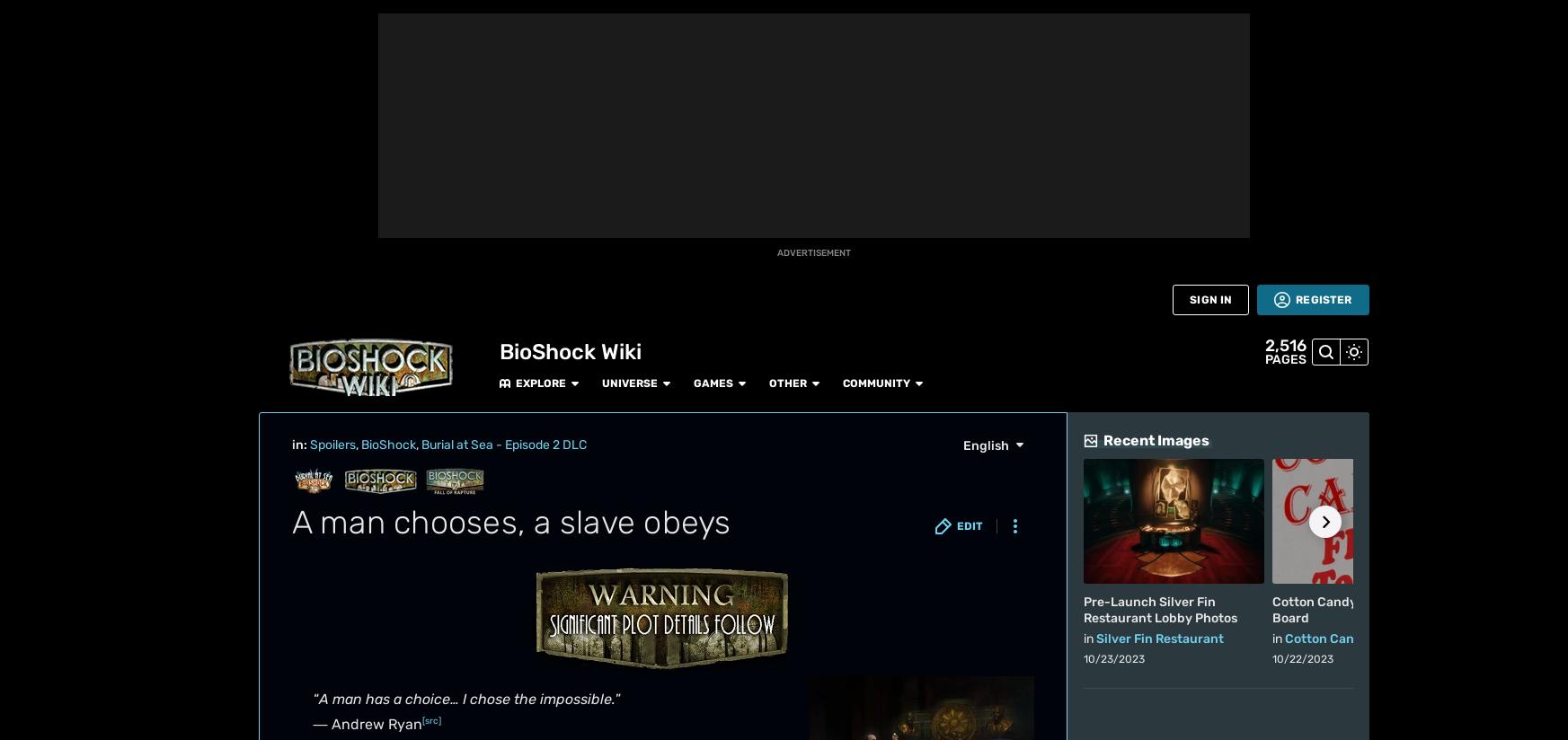 Image resolution: width=1568 pixels, height=740 pixels. I want to click on '.', so click(728, 213).